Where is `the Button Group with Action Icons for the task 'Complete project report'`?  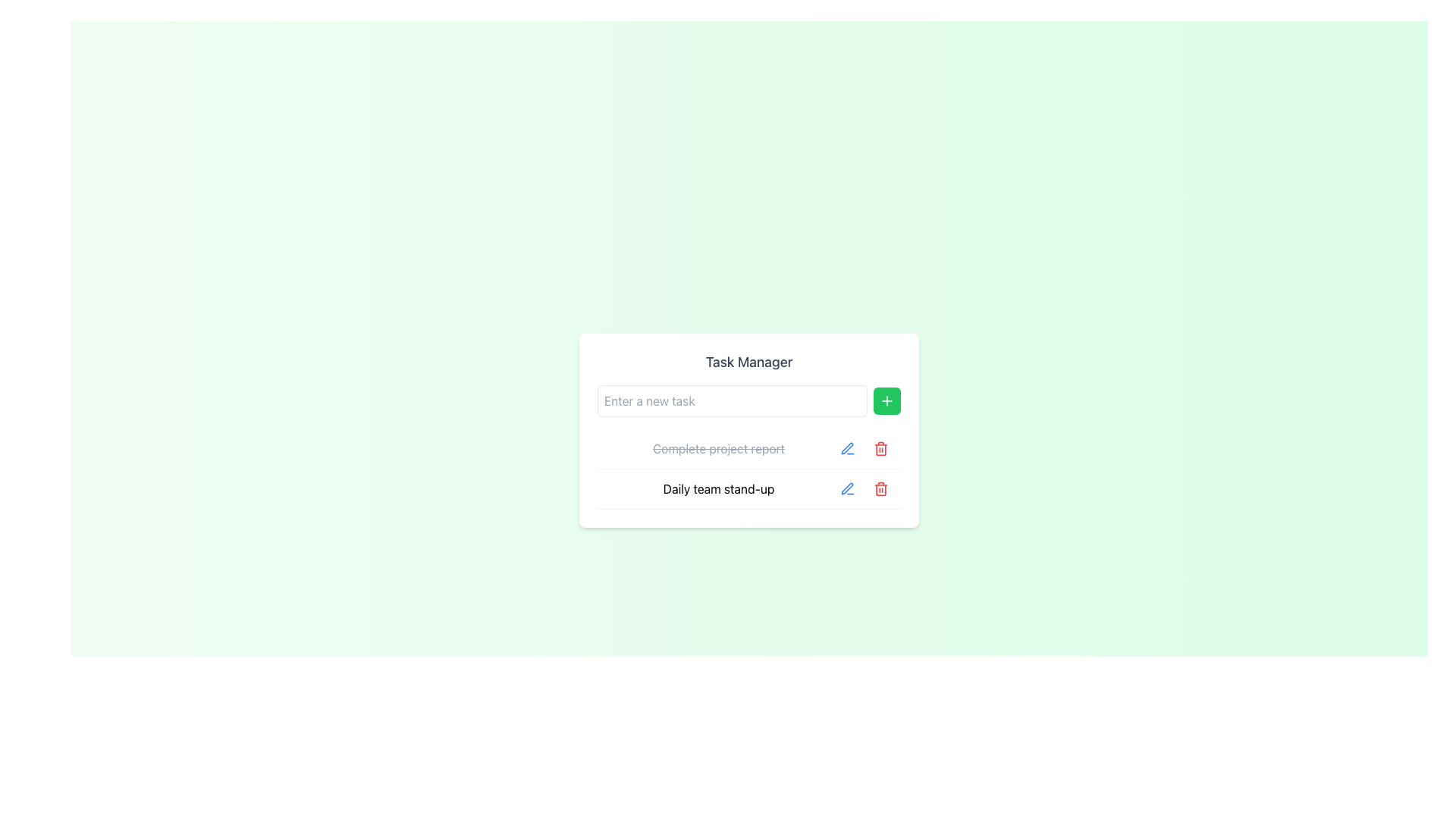 the Button Group with Action Icons for the task 'Complete project report' is located at coordinates (864, 447).